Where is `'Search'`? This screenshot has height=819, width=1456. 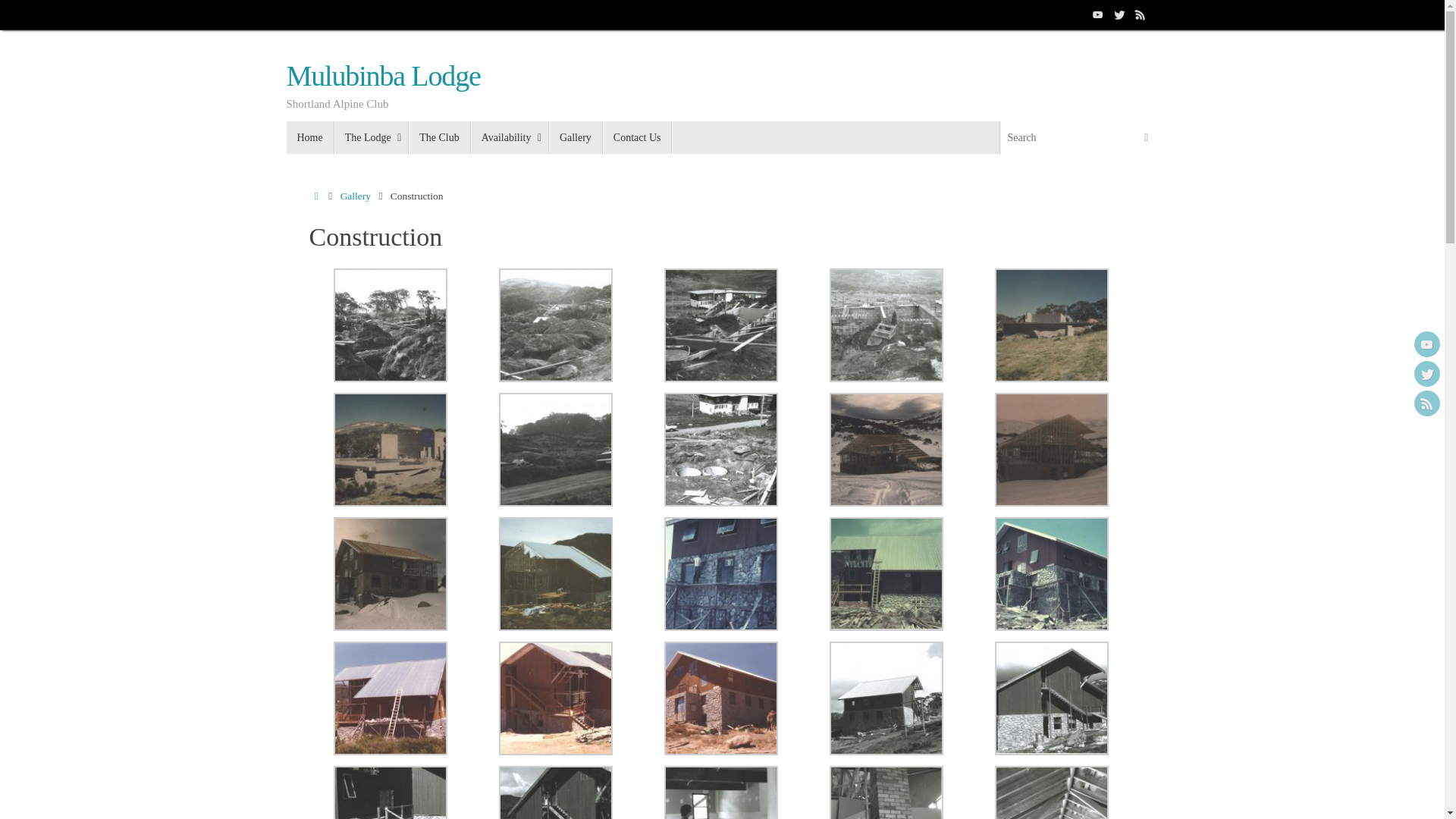
'Search' is located at coordinates (1134, 137).